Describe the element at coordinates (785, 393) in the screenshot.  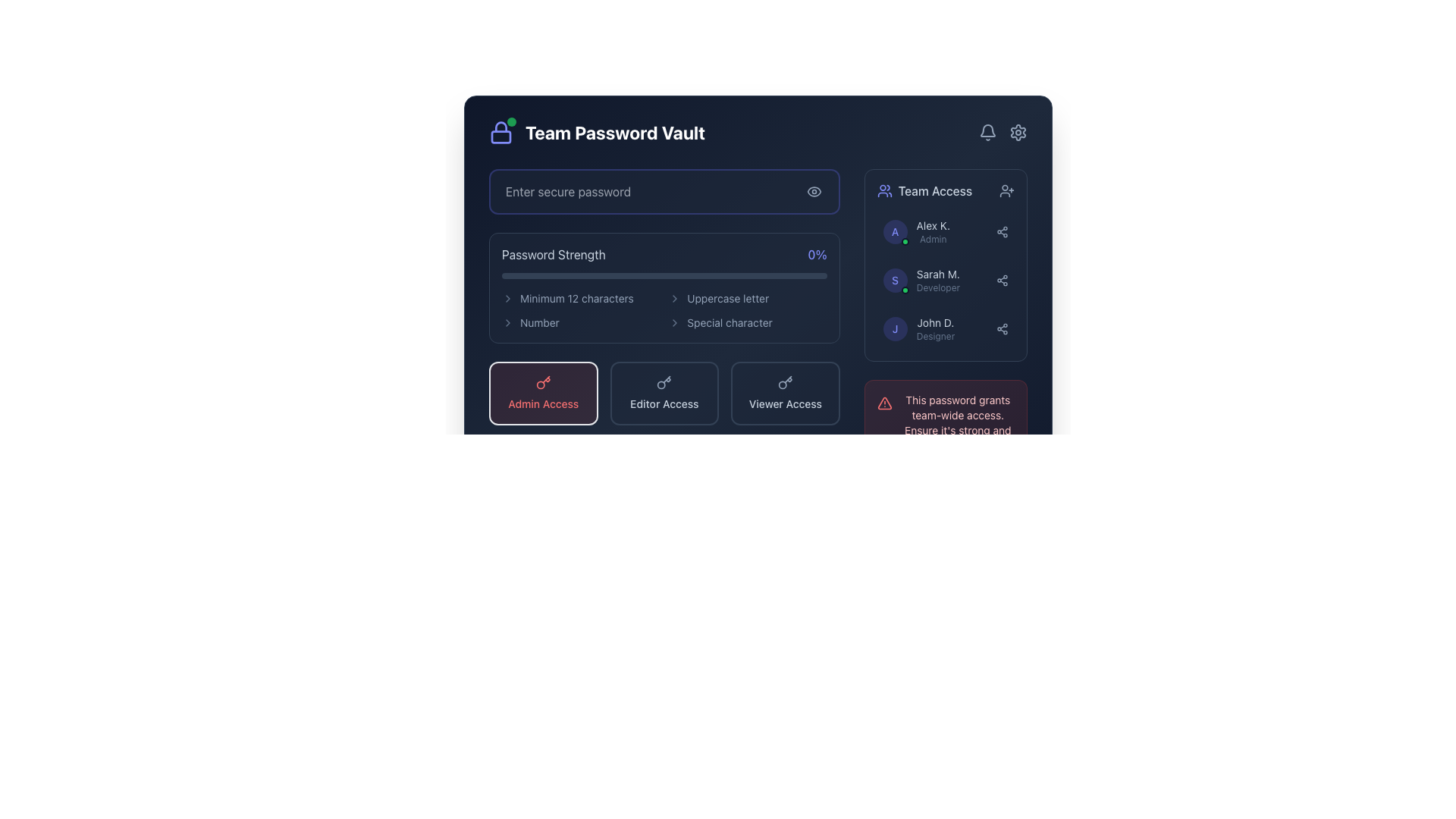
I see `the 'Viewer Access' button, which is a rectangular button with rounded corners, a dark semi-transparent background, and displays a key icon followed by the text 'Viewer Access.' It is the rightmost button in a row of three buttons` at that location.